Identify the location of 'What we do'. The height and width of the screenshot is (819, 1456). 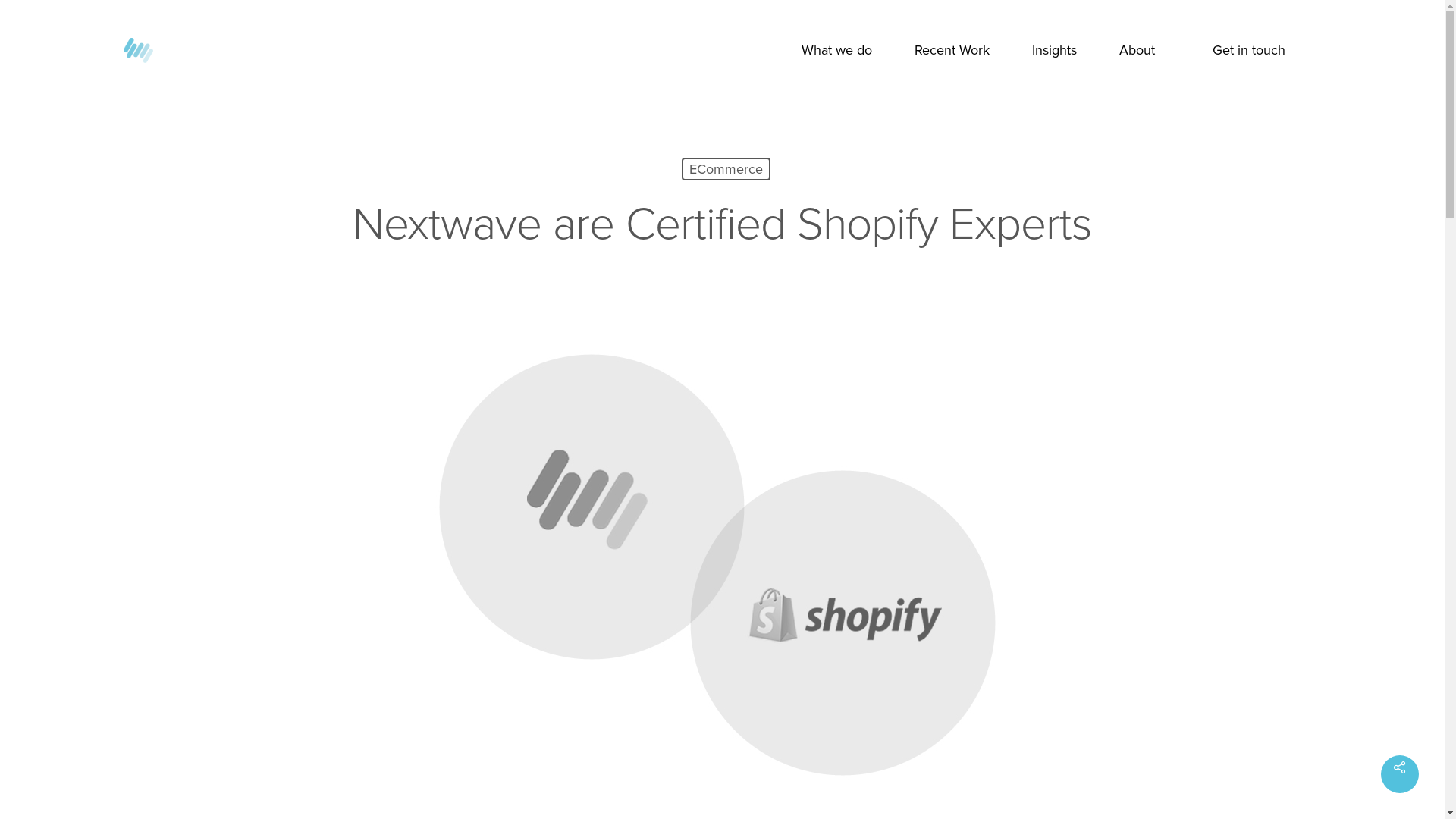
(835, 49).